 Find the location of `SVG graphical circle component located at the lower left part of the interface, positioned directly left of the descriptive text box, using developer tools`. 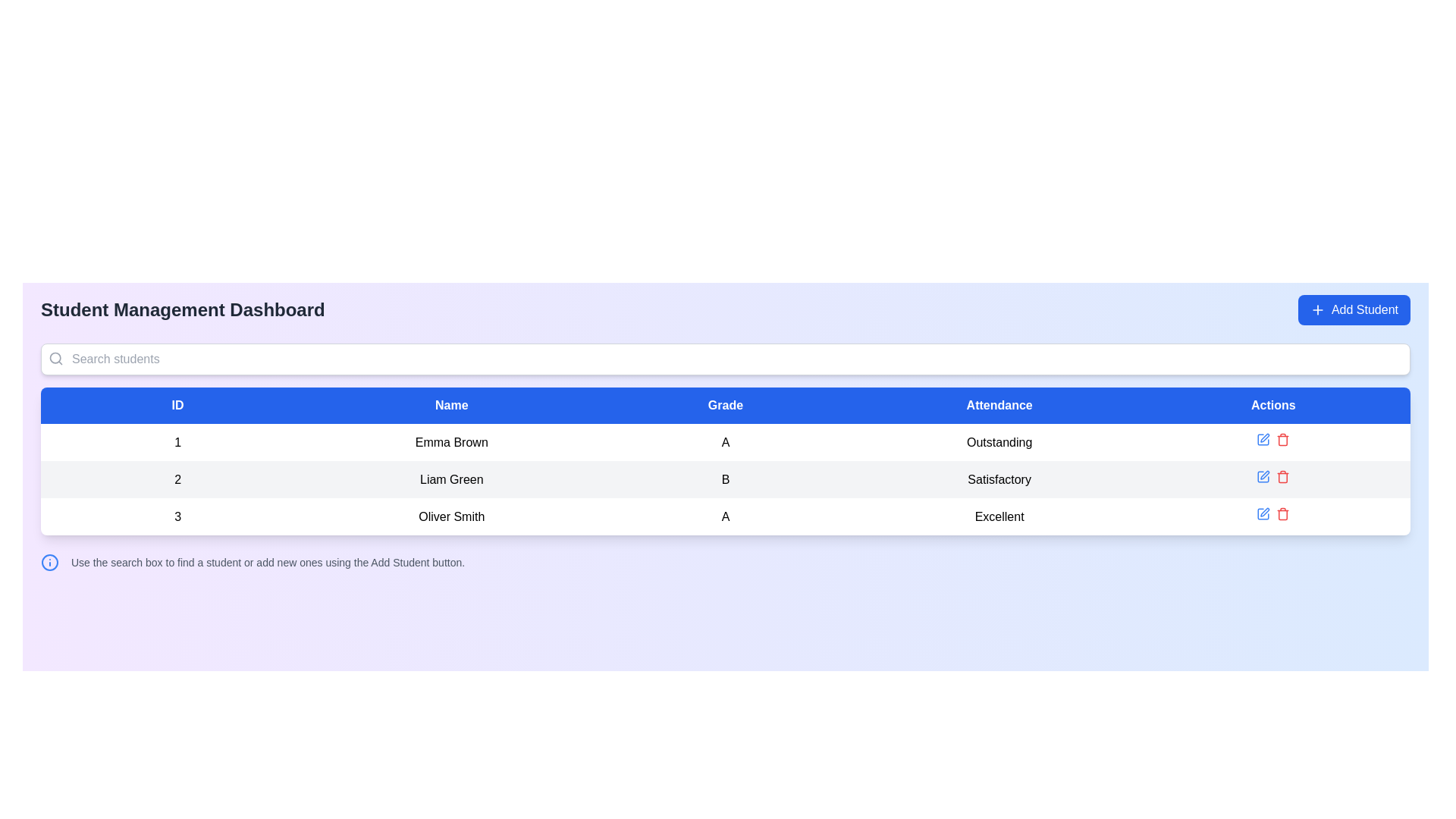

SVG graphical circle component located at the lower left part of the interface, positioned directly left of the descriptive text box, using developer tools is located at coordinates (50, 562).